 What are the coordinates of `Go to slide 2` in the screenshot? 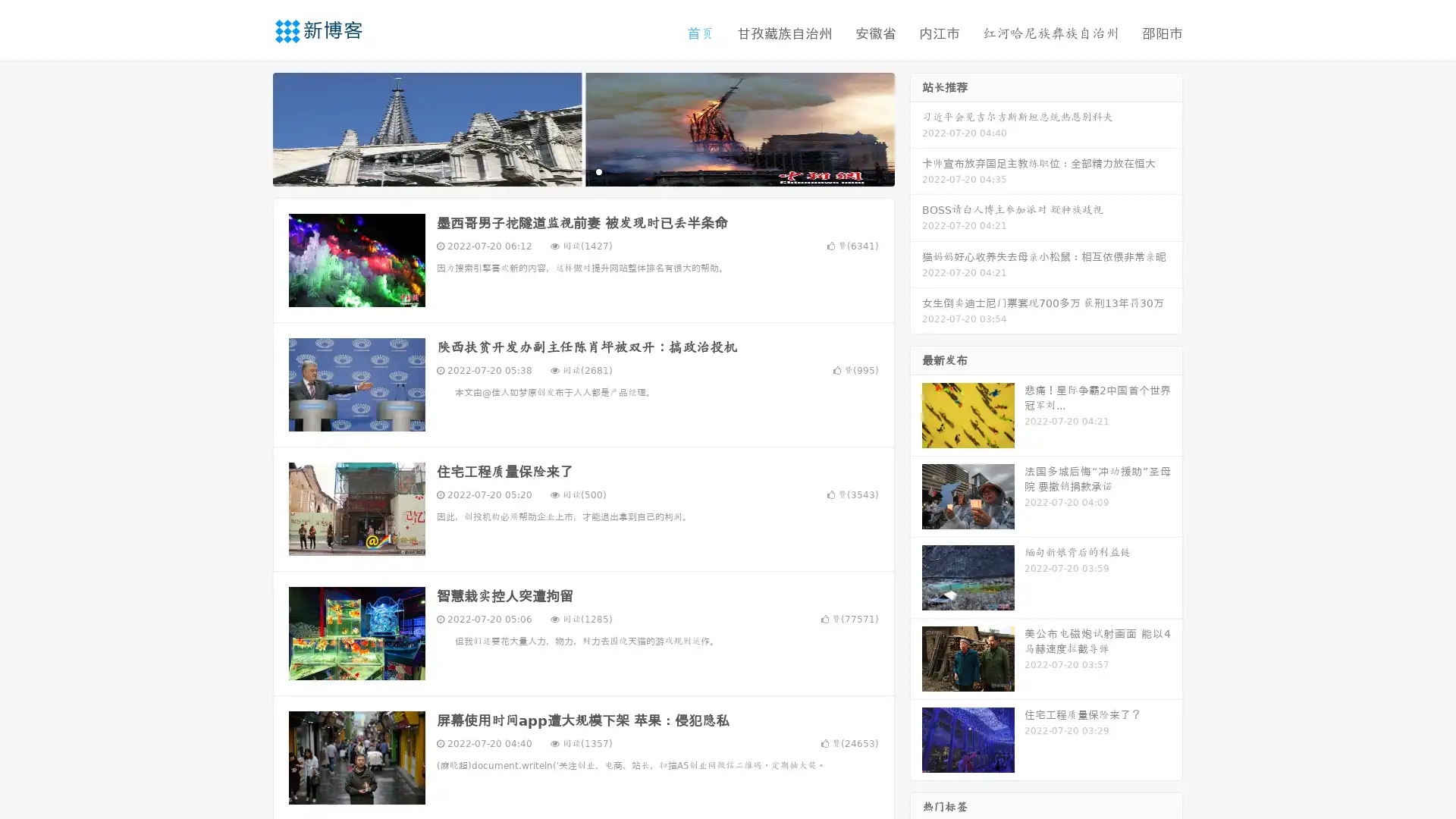 It's located at (582, 171).